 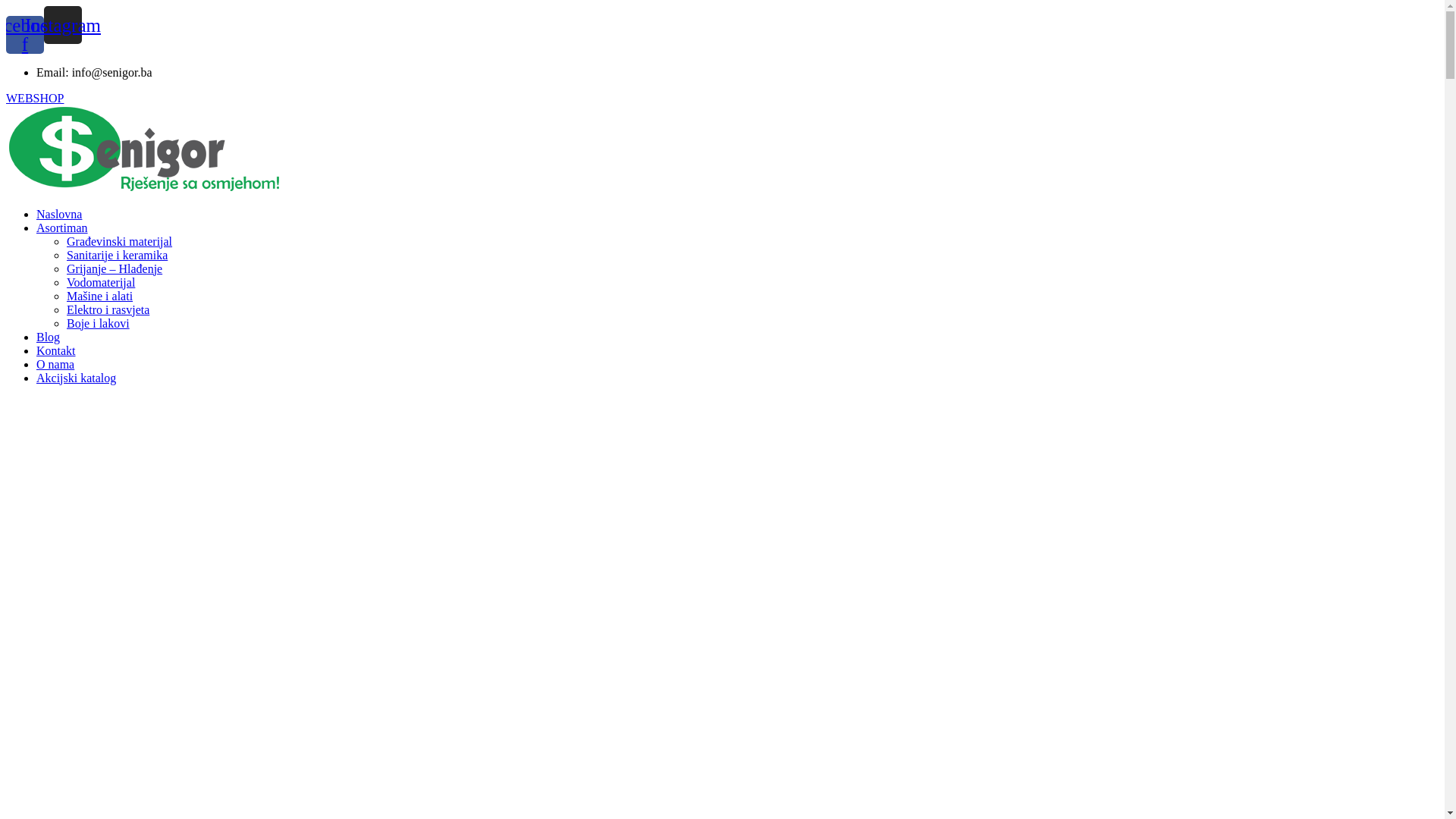 What do you see at coordinates (25, 34) in the screenshot?
I see `'Facebook-f'` at bounding box center [25, 34].